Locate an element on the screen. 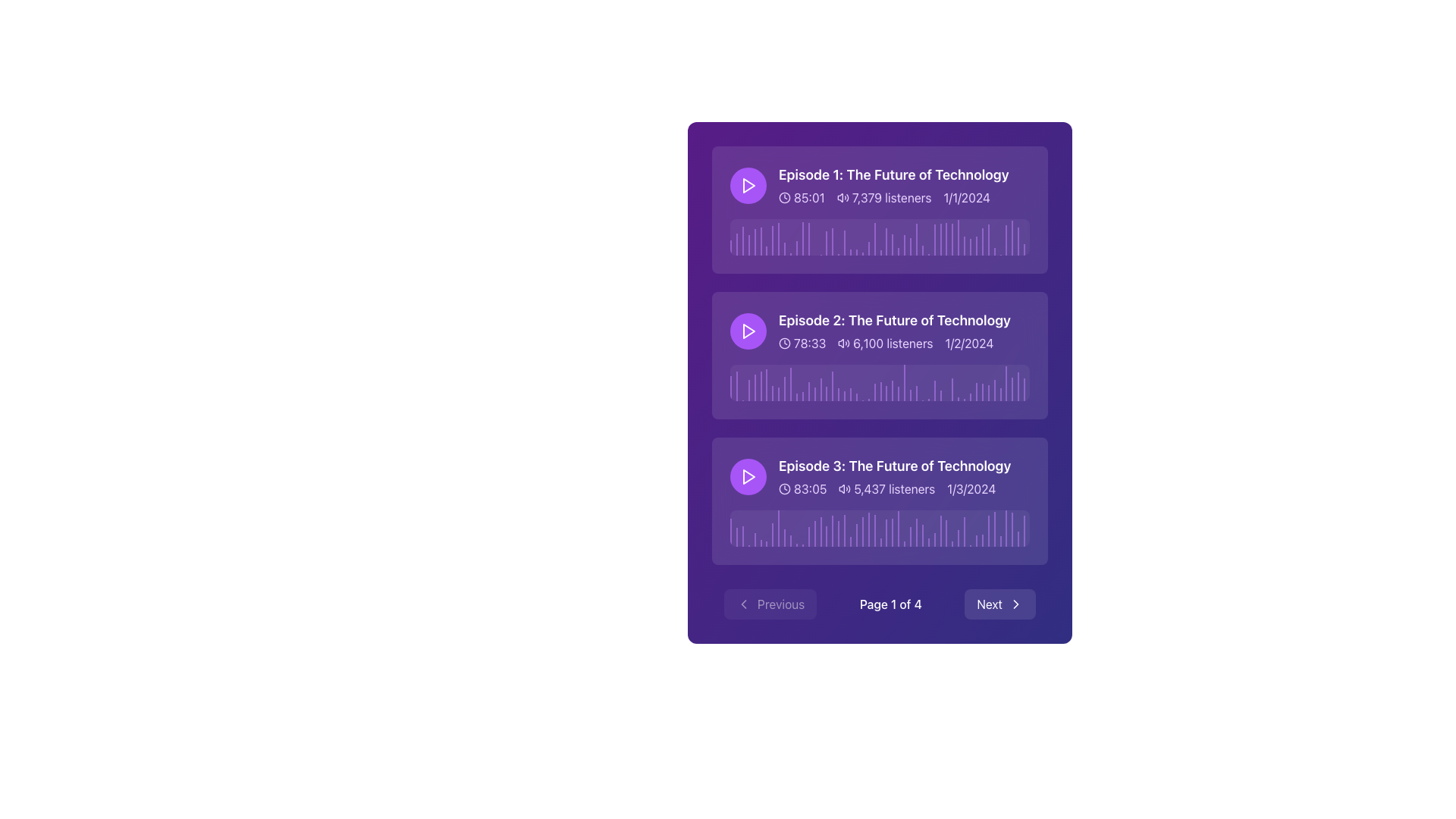 This screenshot has height=819, width=1456. the text display that shows the number of listeners for 'Episode 3: The Future of Technology', located between the time duration '83:05' and the date '1/3/2024' is located at coordinates (886, 488).